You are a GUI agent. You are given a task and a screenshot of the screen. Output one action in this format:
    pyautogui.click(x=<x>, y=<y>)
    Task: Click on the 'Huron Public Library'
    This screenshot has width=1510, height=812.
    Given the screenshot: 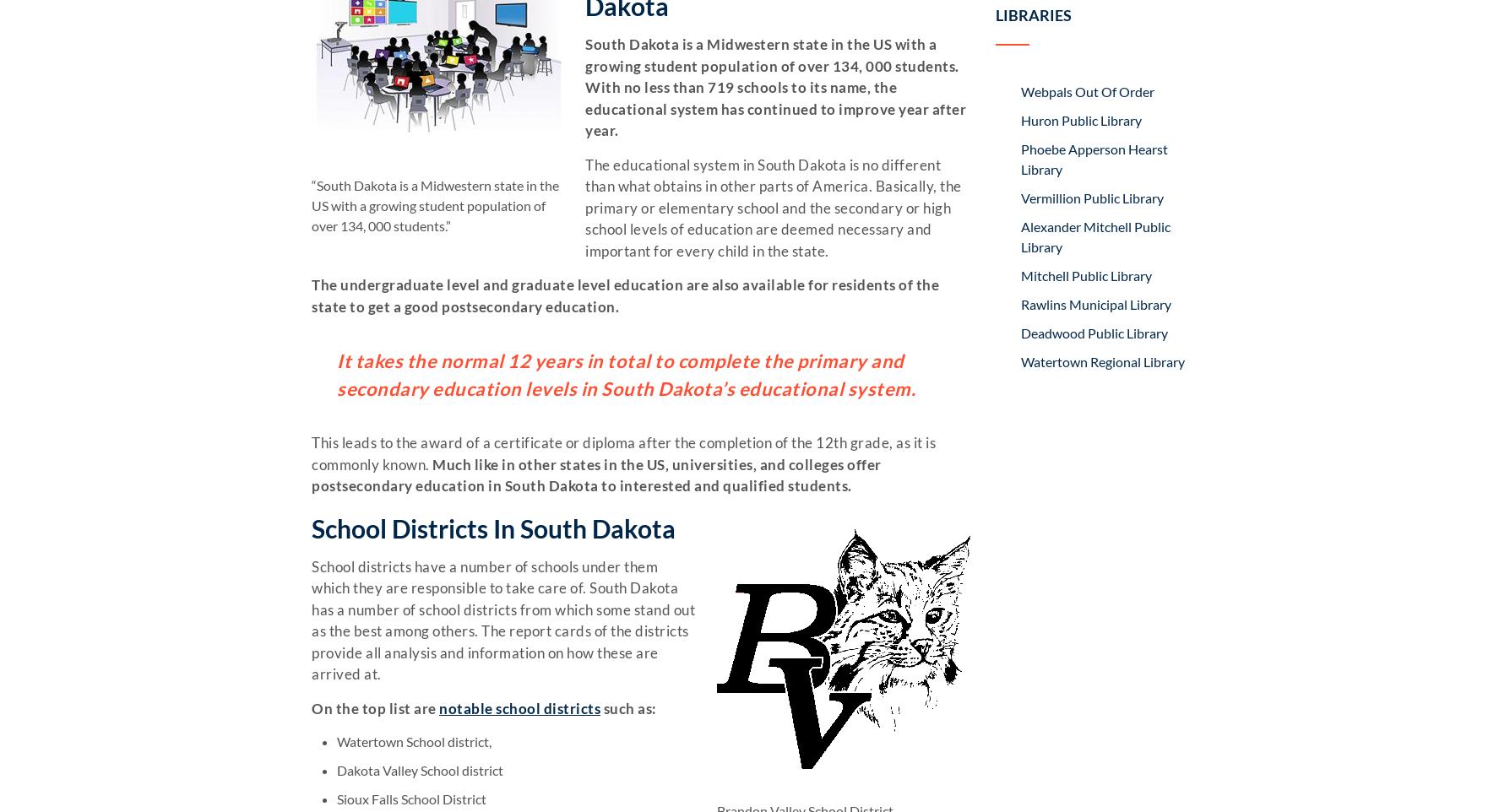 What is the action you would take?
    pyautogui.click(x=1020, y=118)
    